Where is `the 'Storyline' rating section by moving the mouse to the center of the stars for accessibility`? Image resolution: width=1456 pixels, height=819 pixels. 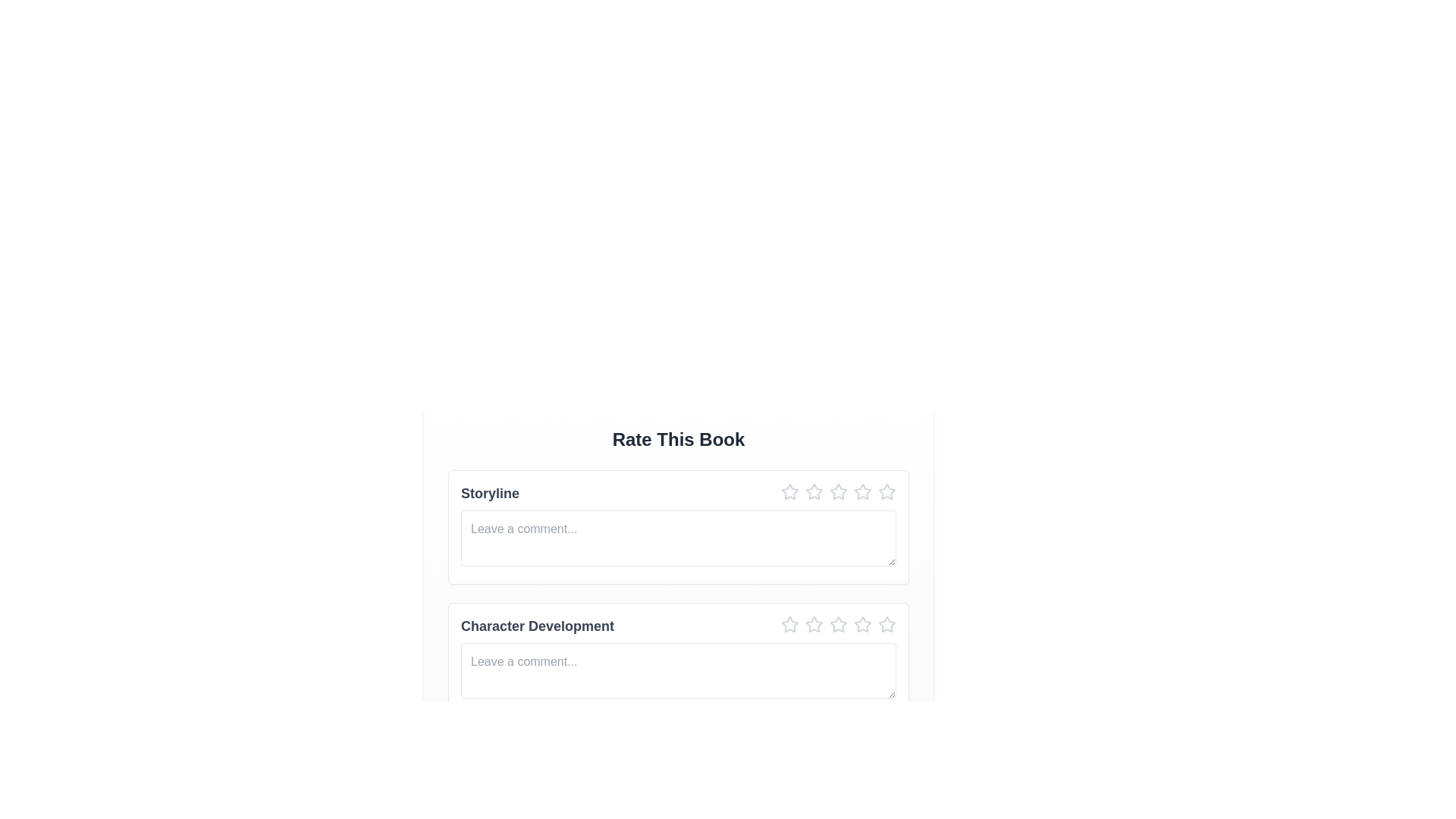 the 'Storyline' rating section by moving the mouse to the center of the stars for accessibility is located at coordinates (677, 494).